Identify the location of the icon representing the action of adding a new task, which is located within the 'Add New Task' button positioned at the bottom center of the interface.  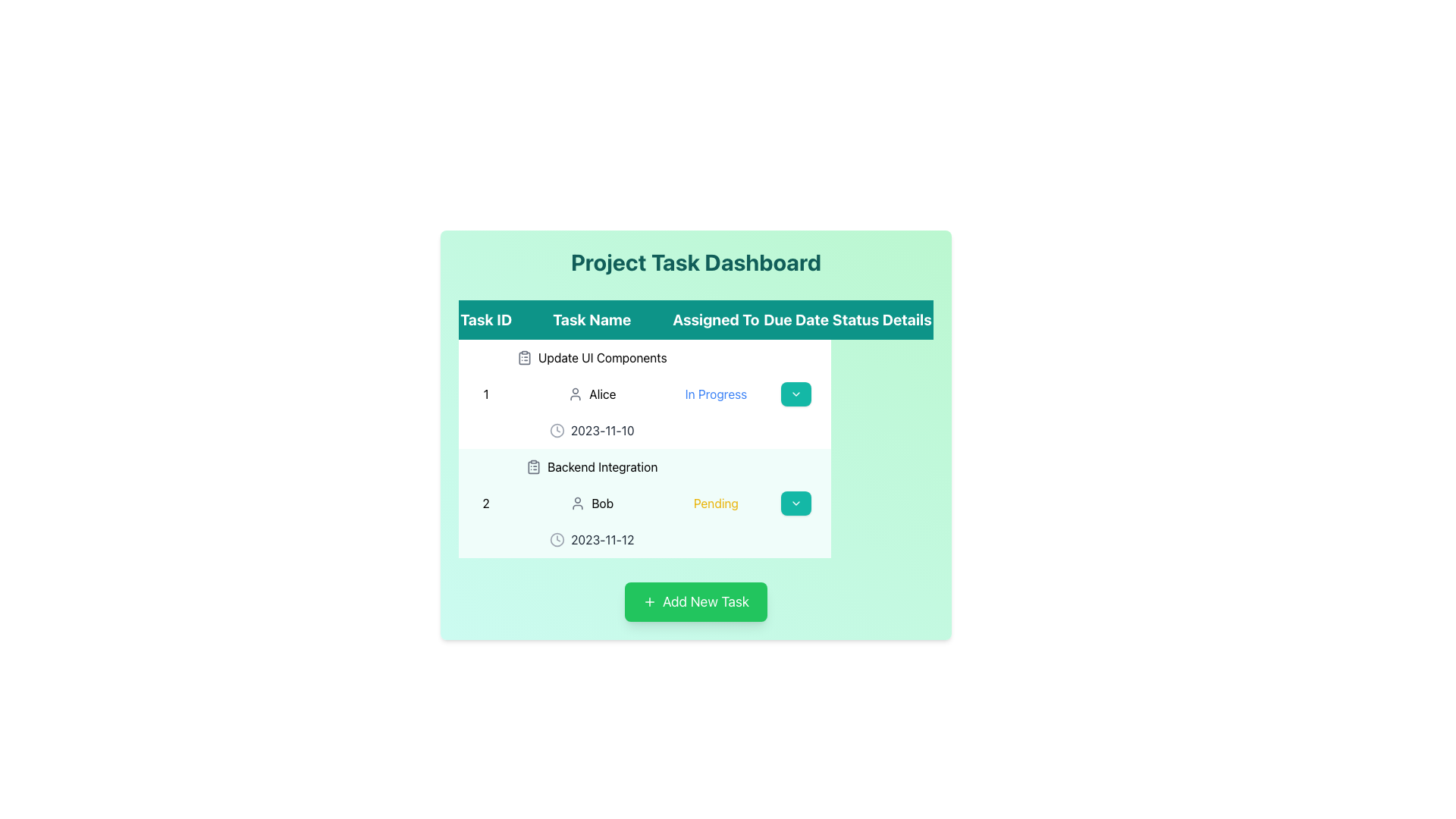
(649, 601).